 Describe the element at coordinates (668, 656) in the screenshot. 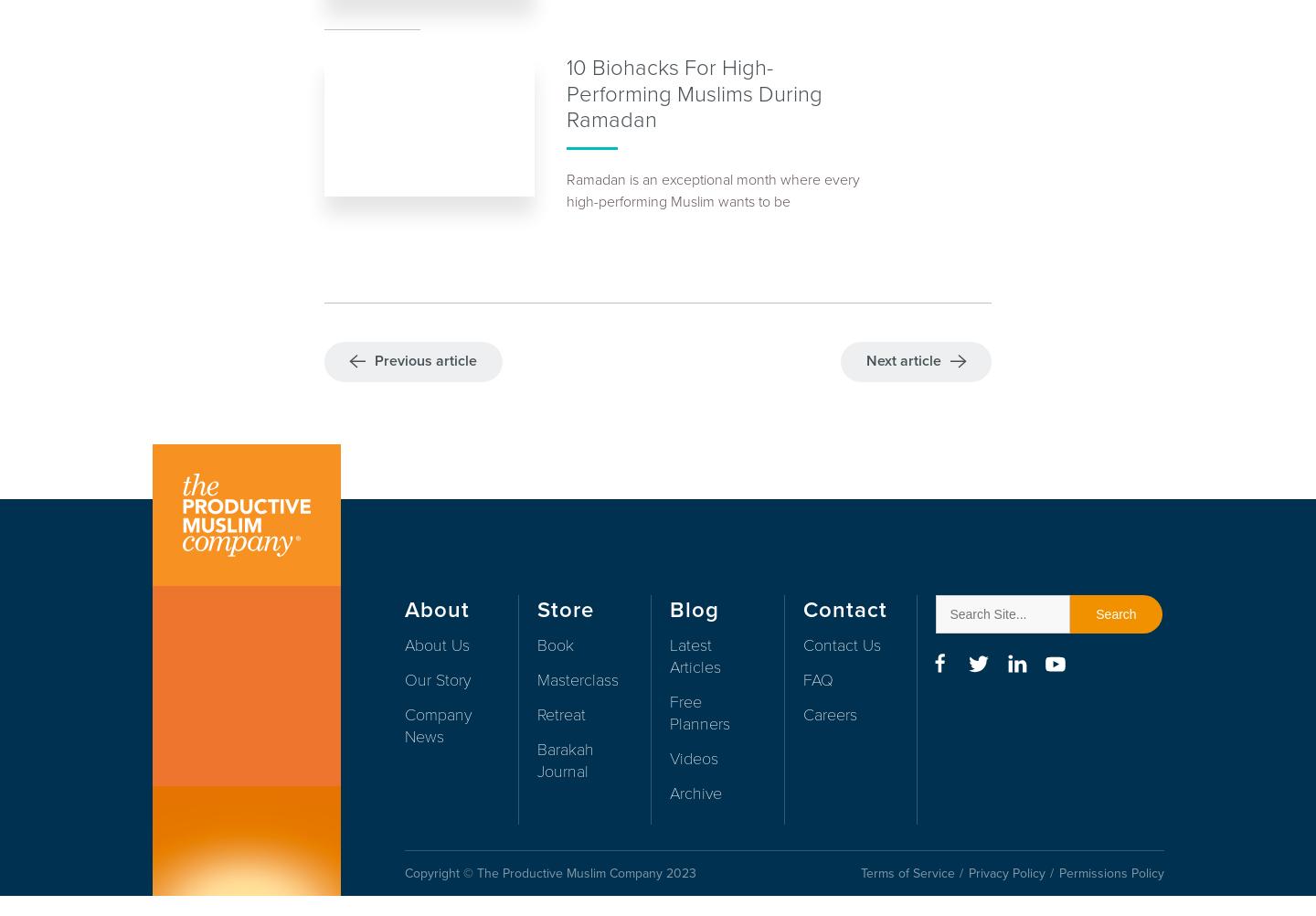

I see `'Latest Articles'` at that location.